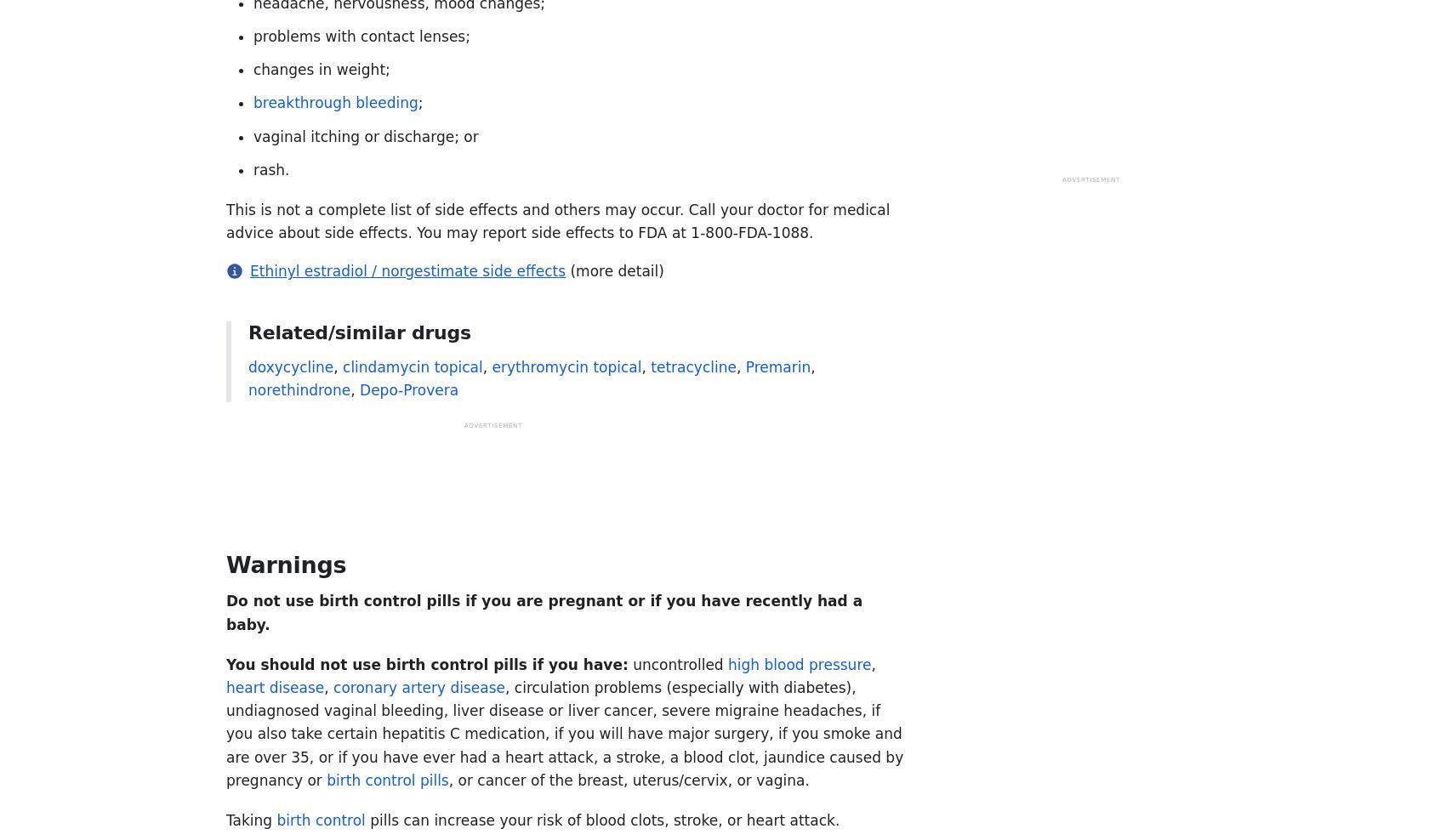  What do you see at coordinates (321, 70) in the screenshot?
I see `'changes in weight;'` at bounding box center [321, 70].